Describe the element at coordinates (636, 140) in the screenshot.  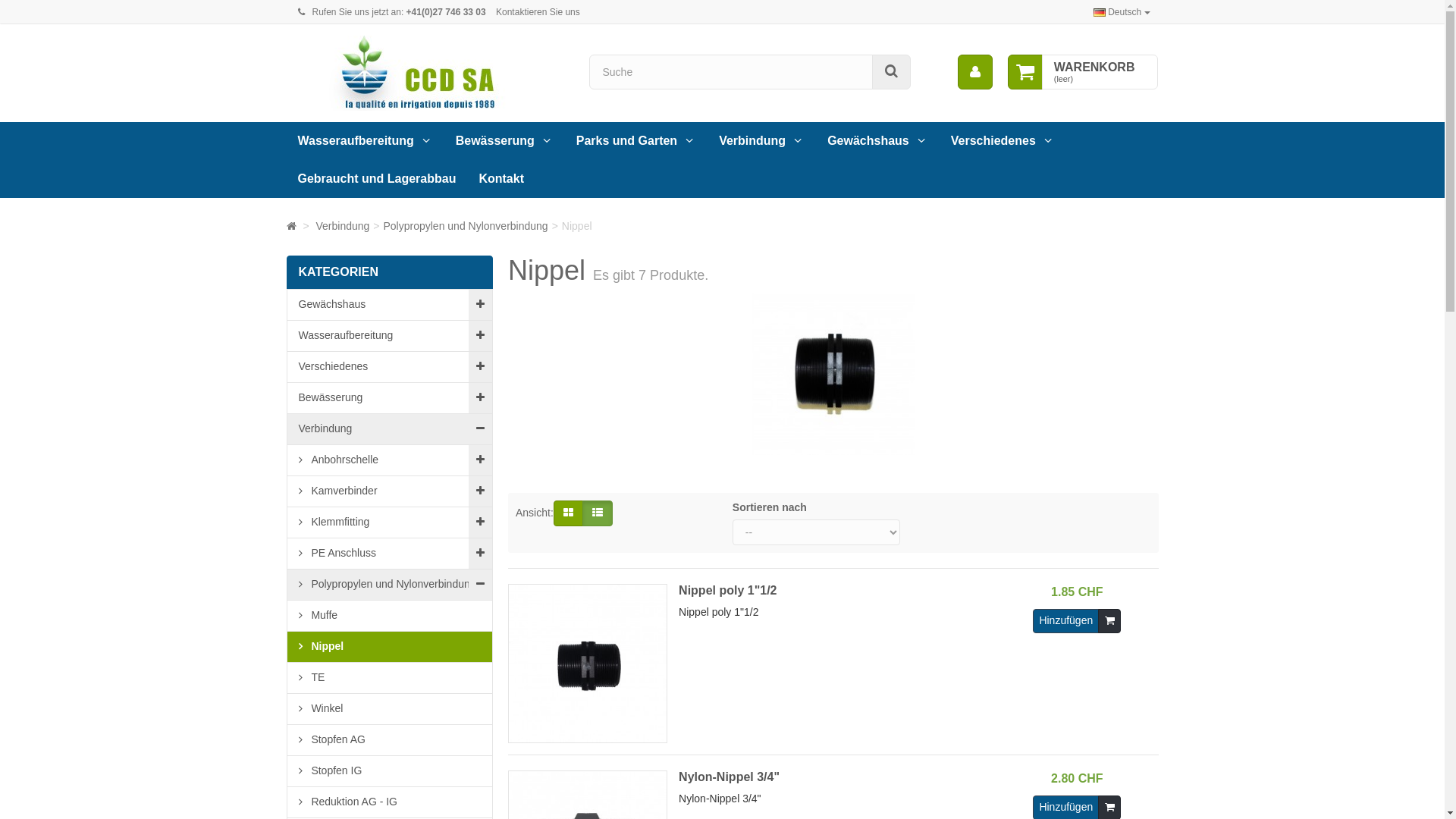
I see `'Parks und Garten'` at that location.